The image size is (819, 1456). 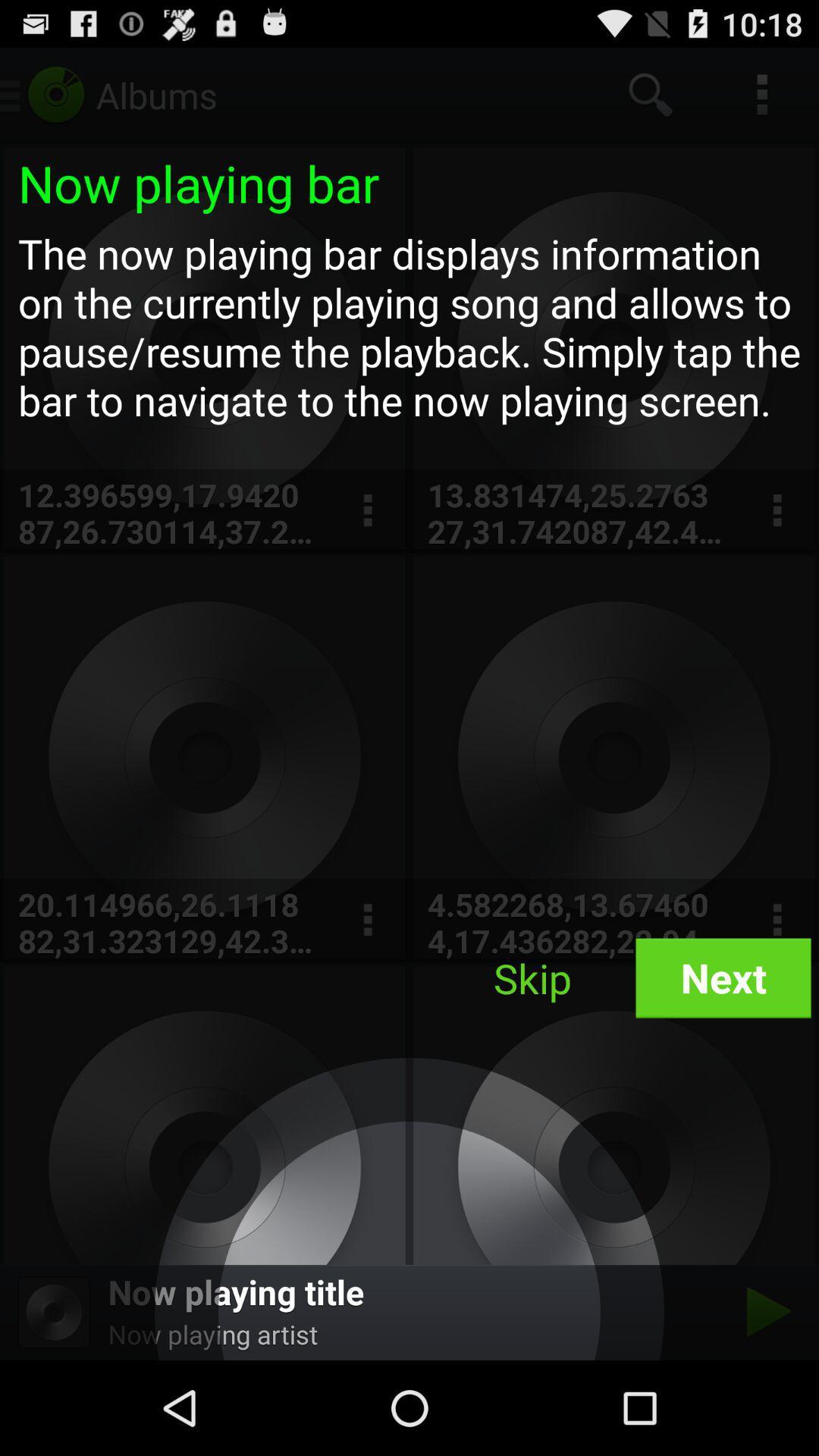 I want to click on play songs, so click(x=764, y=1311).